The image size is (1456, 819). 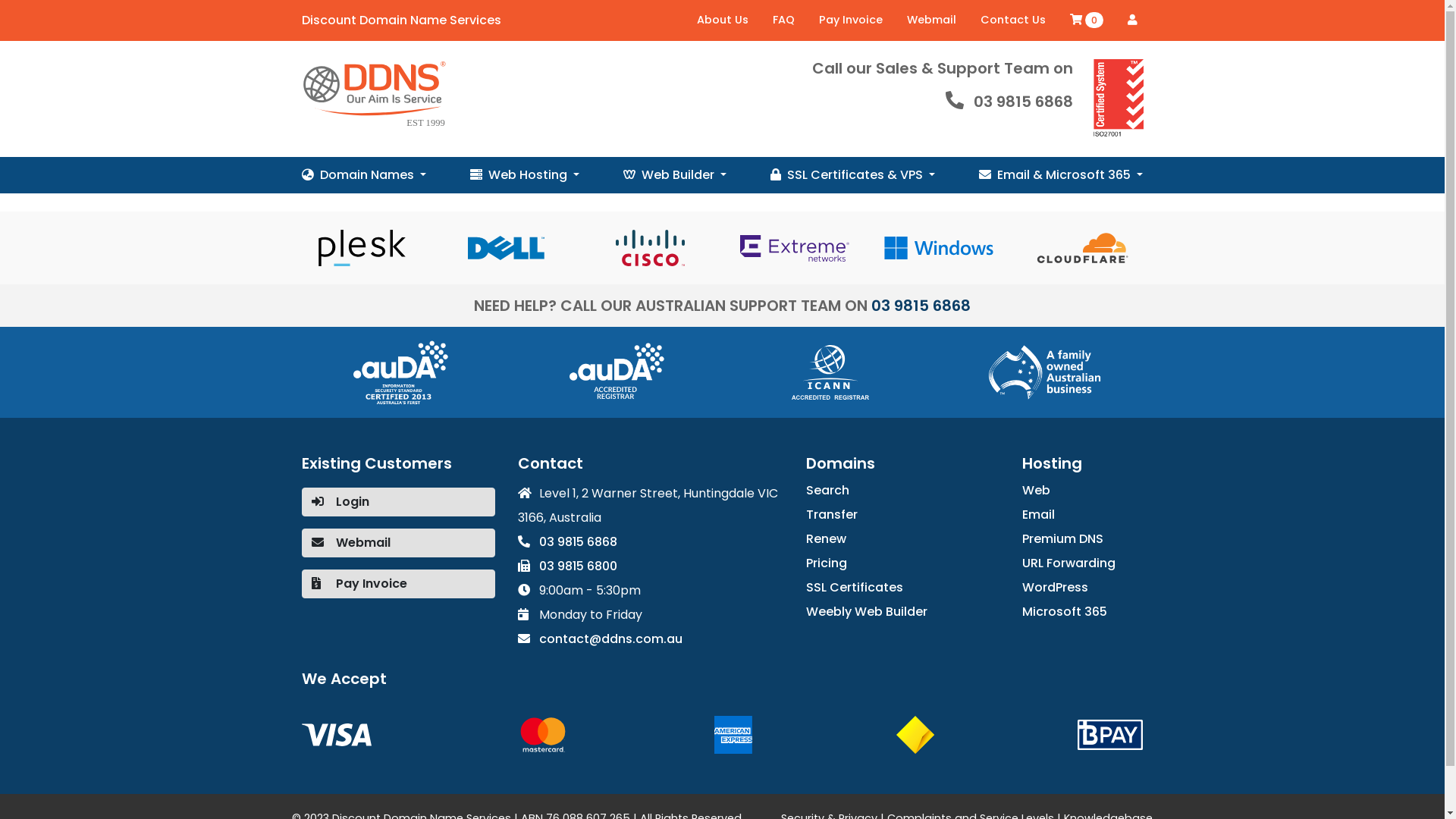 I want to click on 'Webmail', so click(x=901, y=20).